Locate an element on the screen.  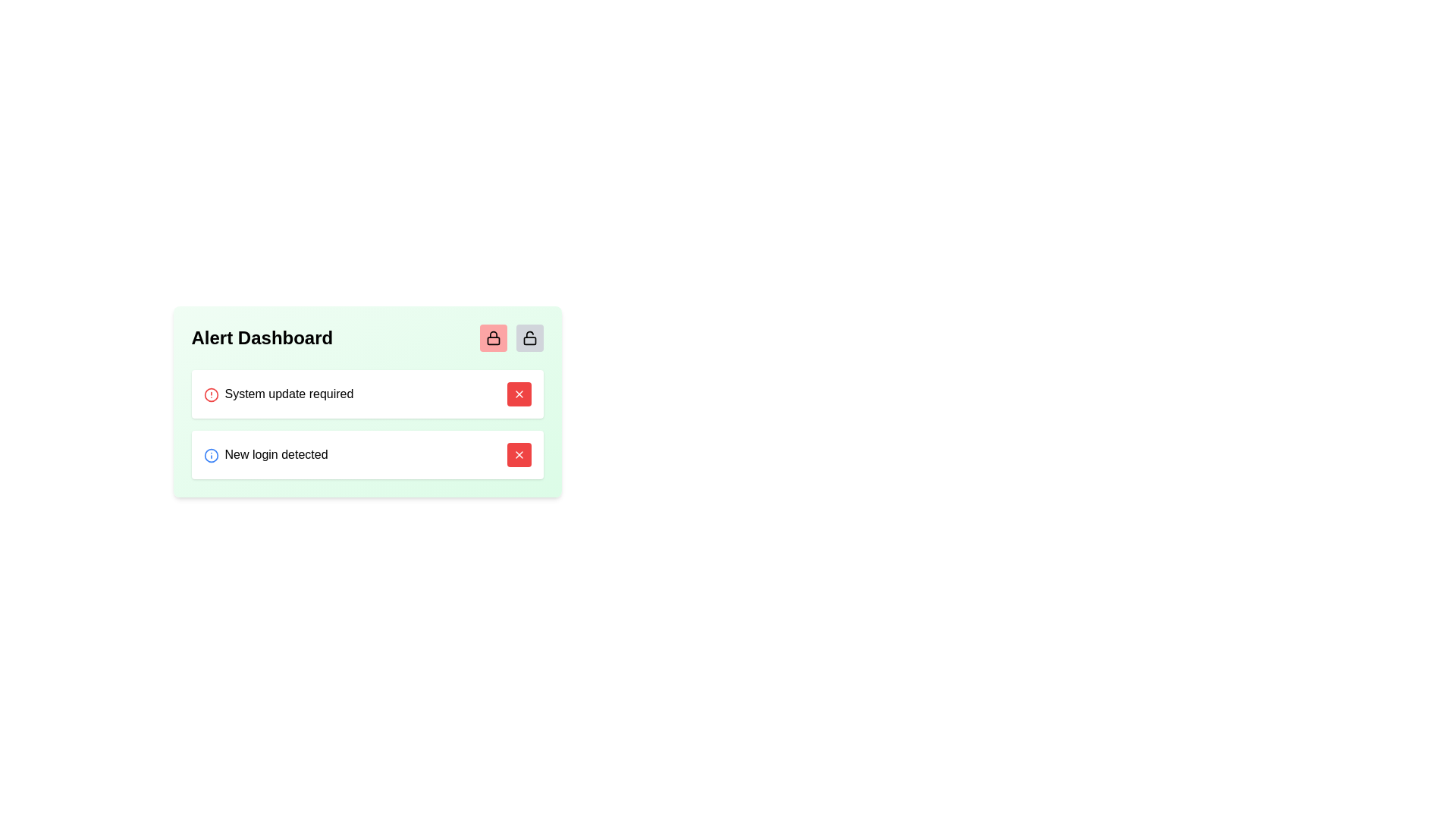
the opened lock icon button located in the upper right corner of the green 'Alert Dashboard' panel for additional information is located at coordinates (529, 337).